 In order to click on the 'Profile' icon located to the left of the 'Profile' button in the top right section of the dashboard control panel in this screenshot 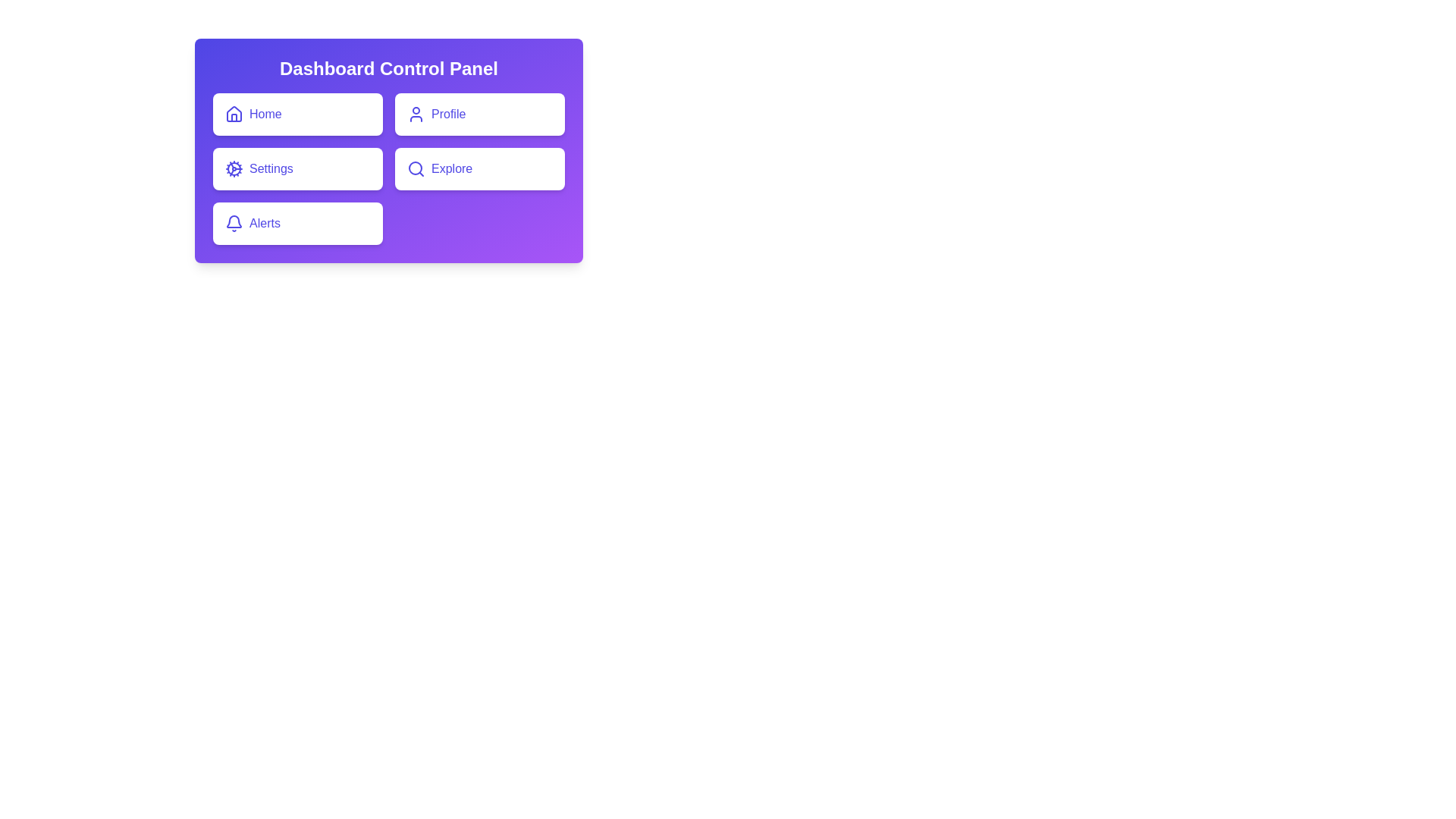, I will do `click(416, 113)`.